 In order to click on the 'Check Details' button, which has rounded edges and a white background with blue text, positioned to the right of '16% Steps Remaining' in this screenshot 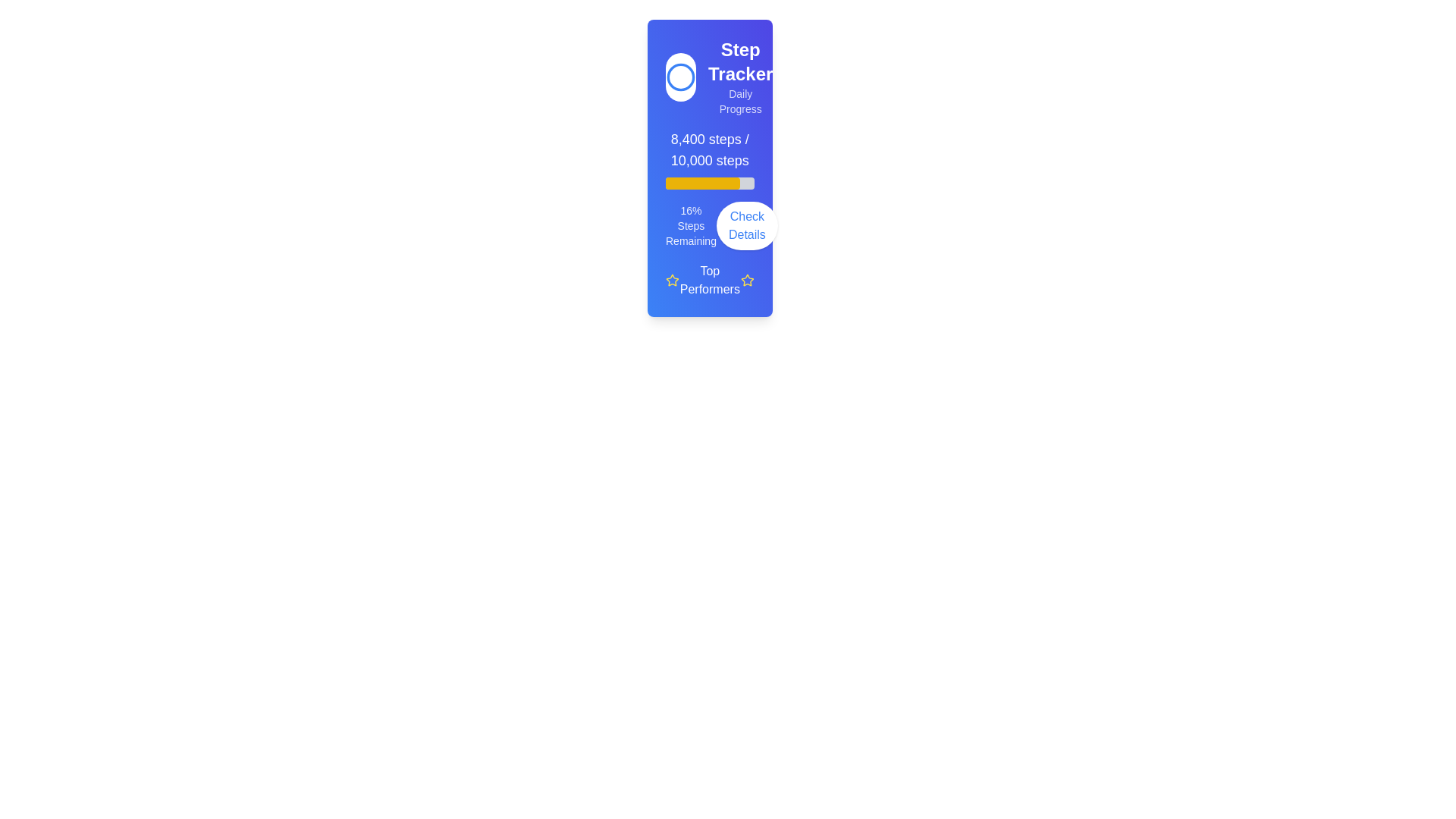, I will do `click(747, 225)`.